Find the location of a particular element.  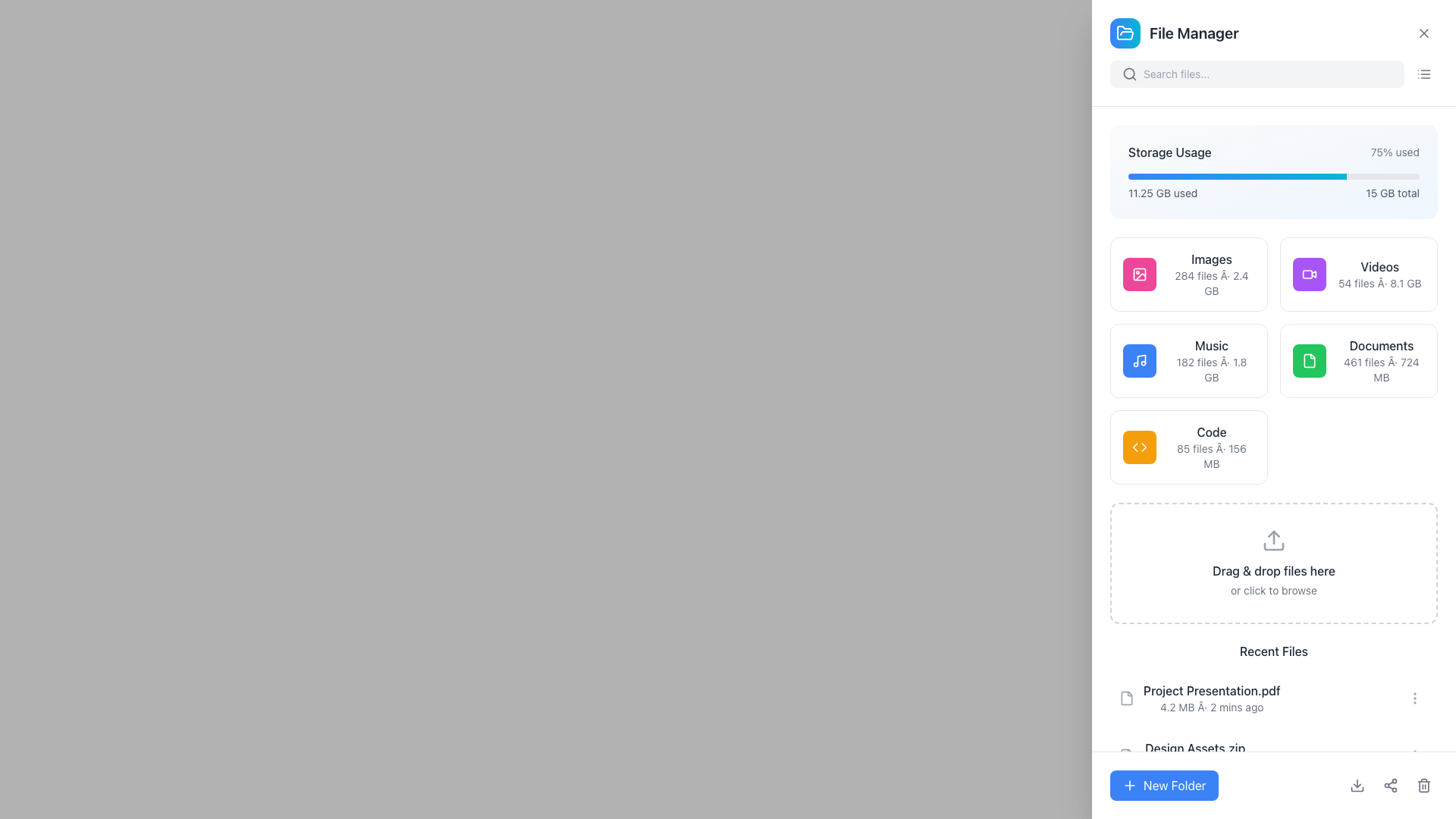

the fifth button in the grid layout, which features a yellow-orange code symbol icon and text 'Code', '85 files', and '156 MB' is located at coordinates (1188, 447).